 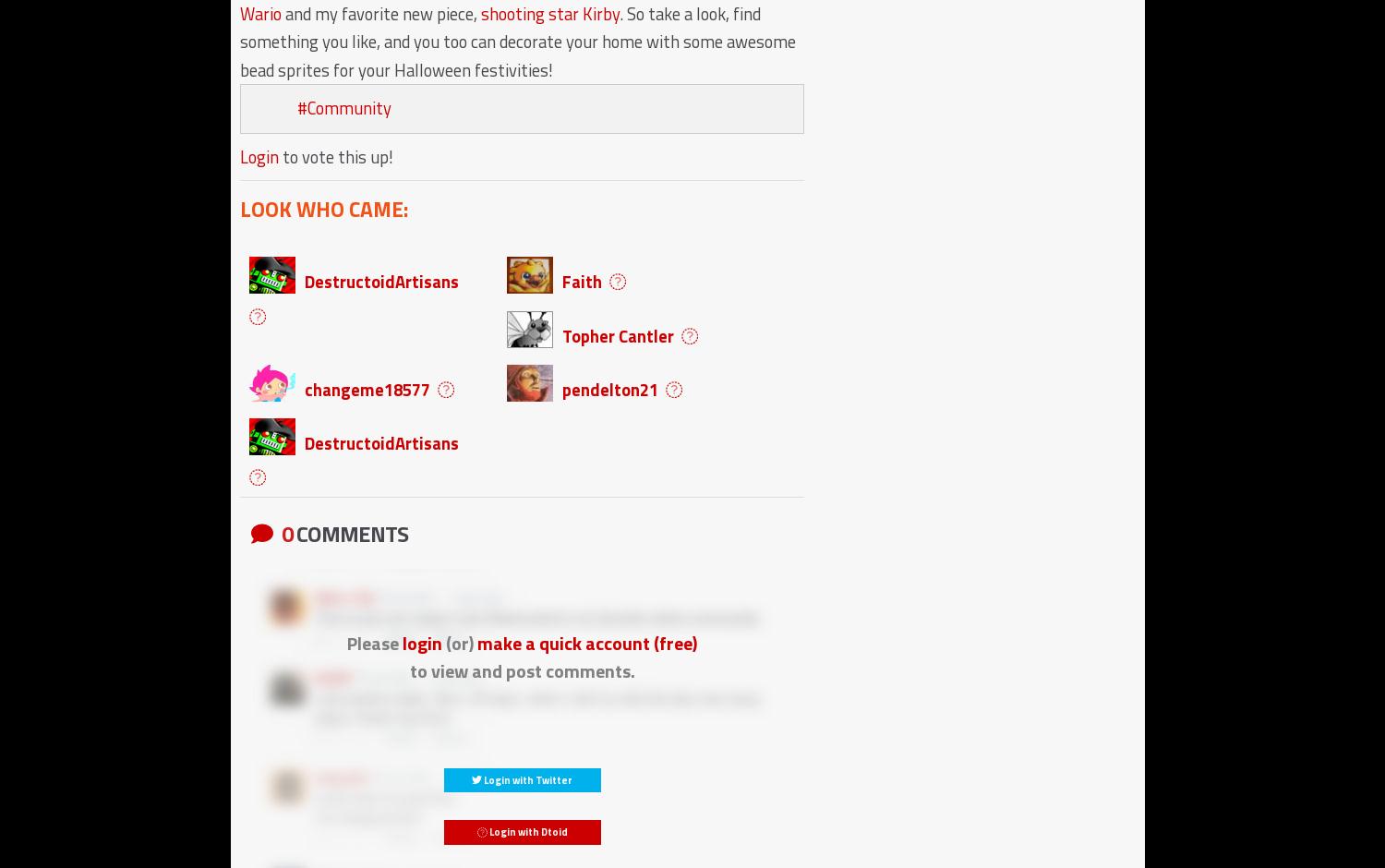 I want to click on 'Login', so click(x=239, y=156).